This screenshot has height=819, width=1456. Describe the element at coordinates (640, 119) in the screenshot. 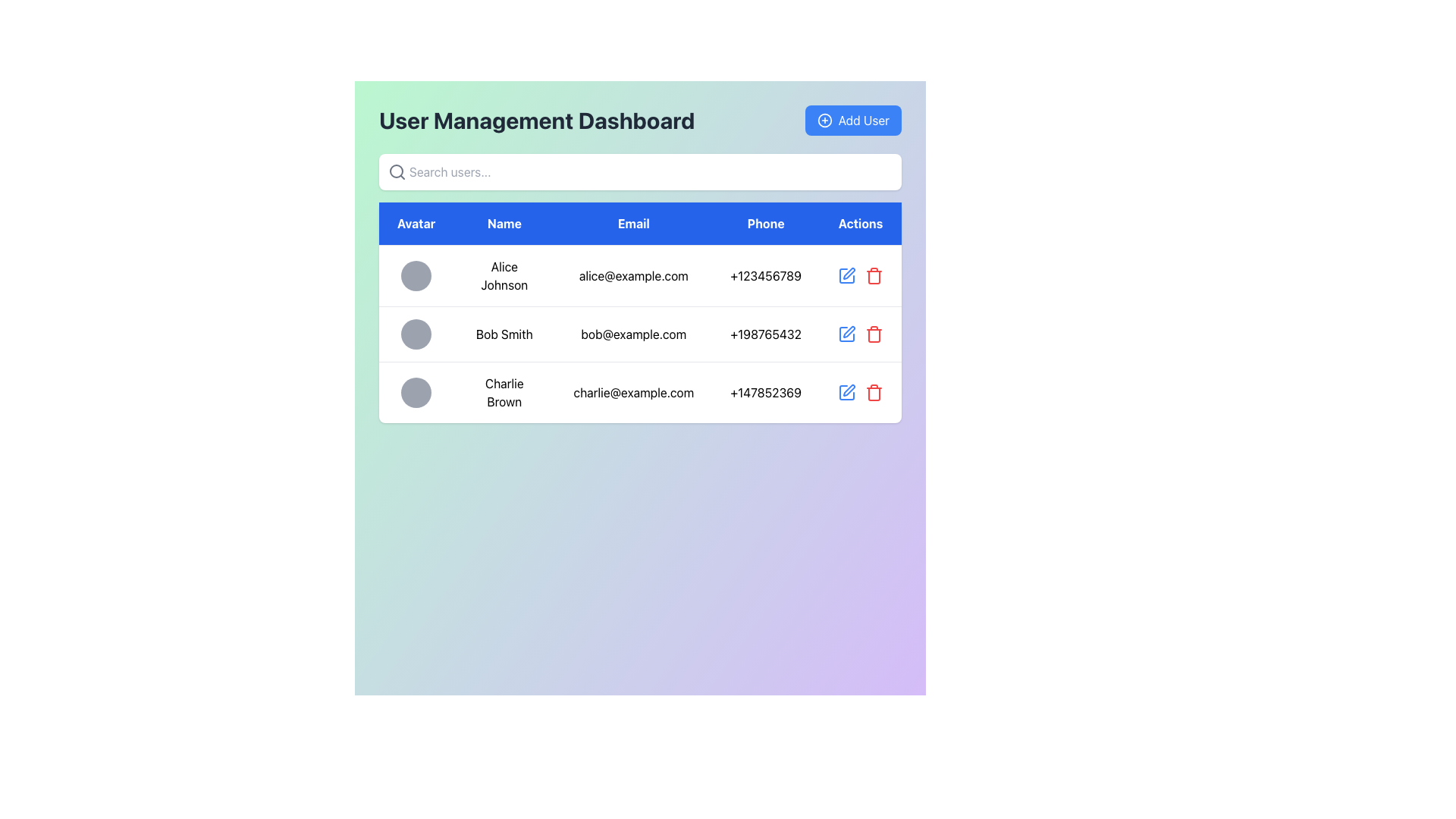

I see `header text 'User Management Dashboard' from the horizontal header bar with a gradient background, which also contains an 'Add User' button on the right` at that location.